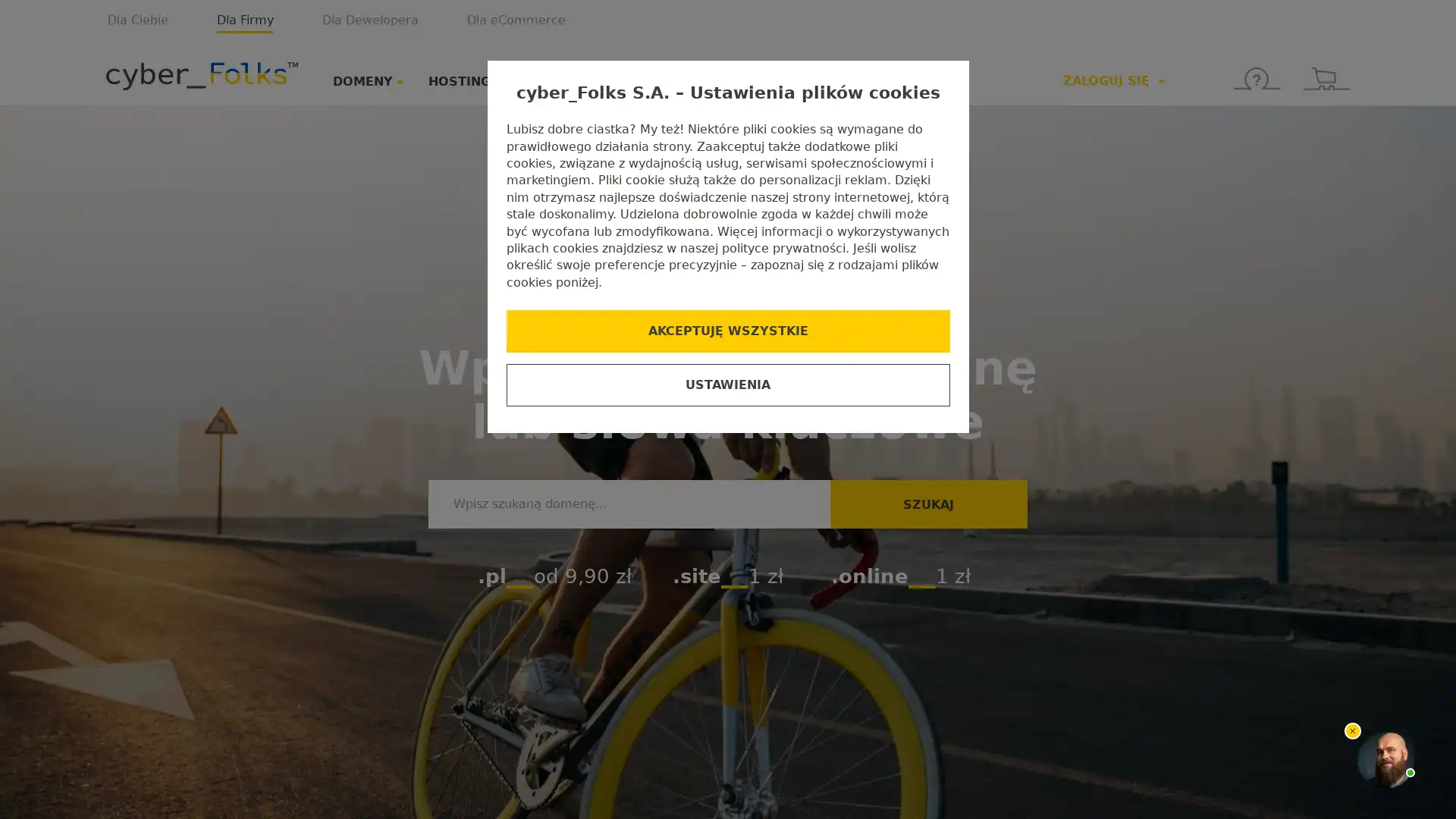 This screenshot has width=1456, height=819. Describe the element at coordinates (927, 503) in the screenshot. I see `SZUKAJ` at that location.